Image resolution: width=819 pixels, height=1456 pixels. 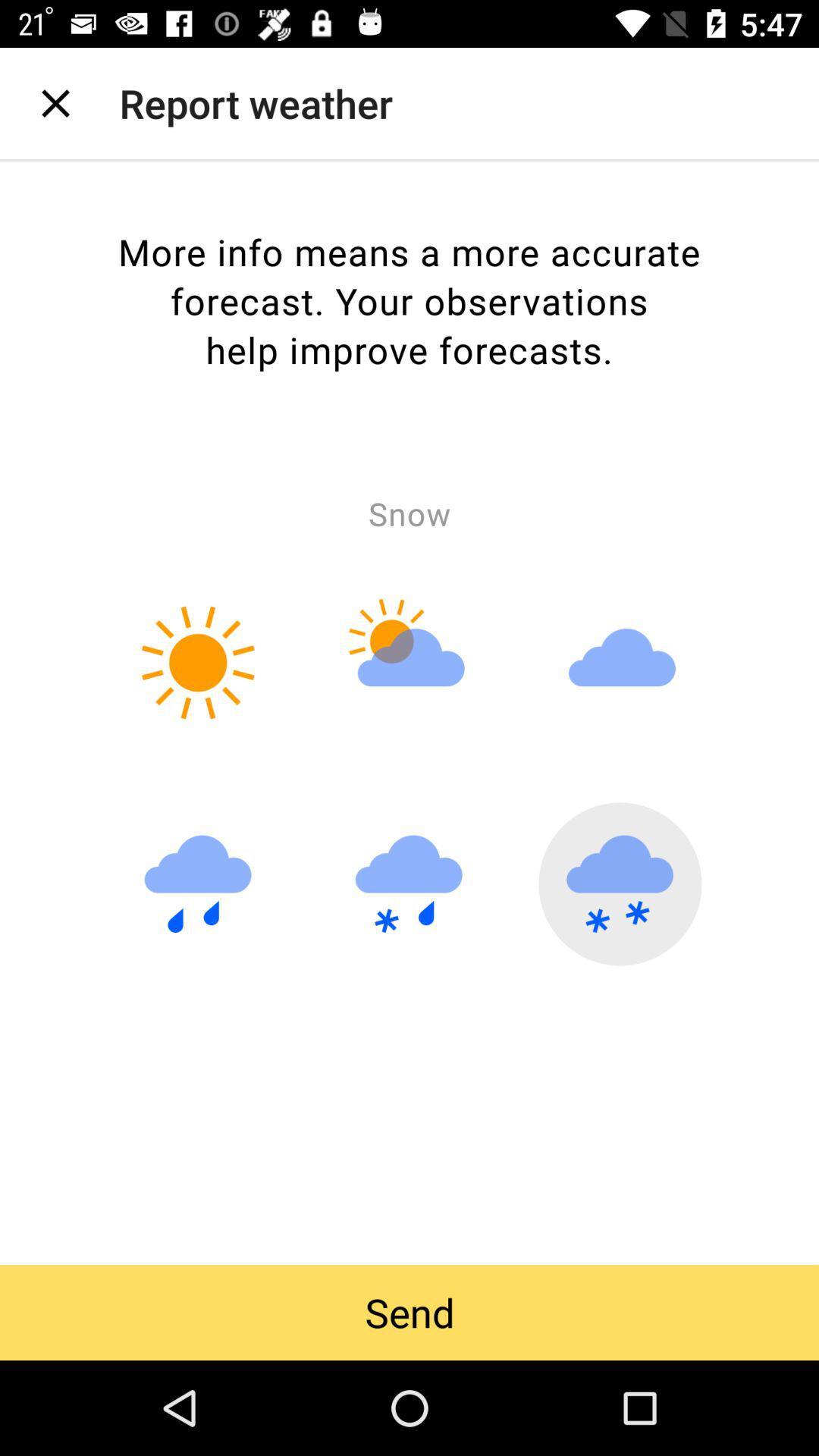 I want to click on the item to the left of the report weather, so click(x=55, y=102).